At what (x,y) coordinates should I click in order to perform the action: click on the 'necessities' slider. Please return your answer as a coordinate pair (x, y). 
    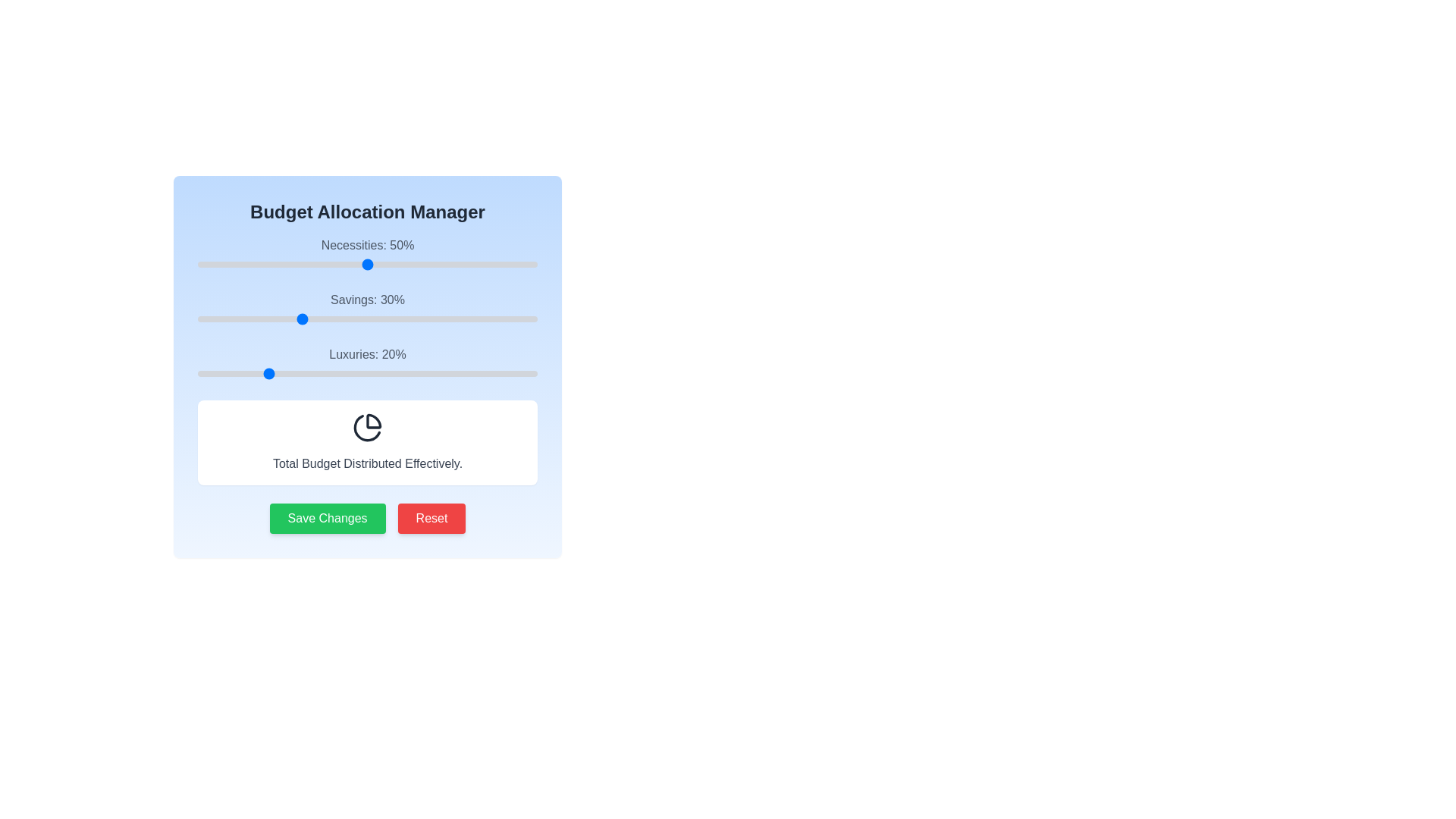
    Looking at the image, I should click on (265, 263).